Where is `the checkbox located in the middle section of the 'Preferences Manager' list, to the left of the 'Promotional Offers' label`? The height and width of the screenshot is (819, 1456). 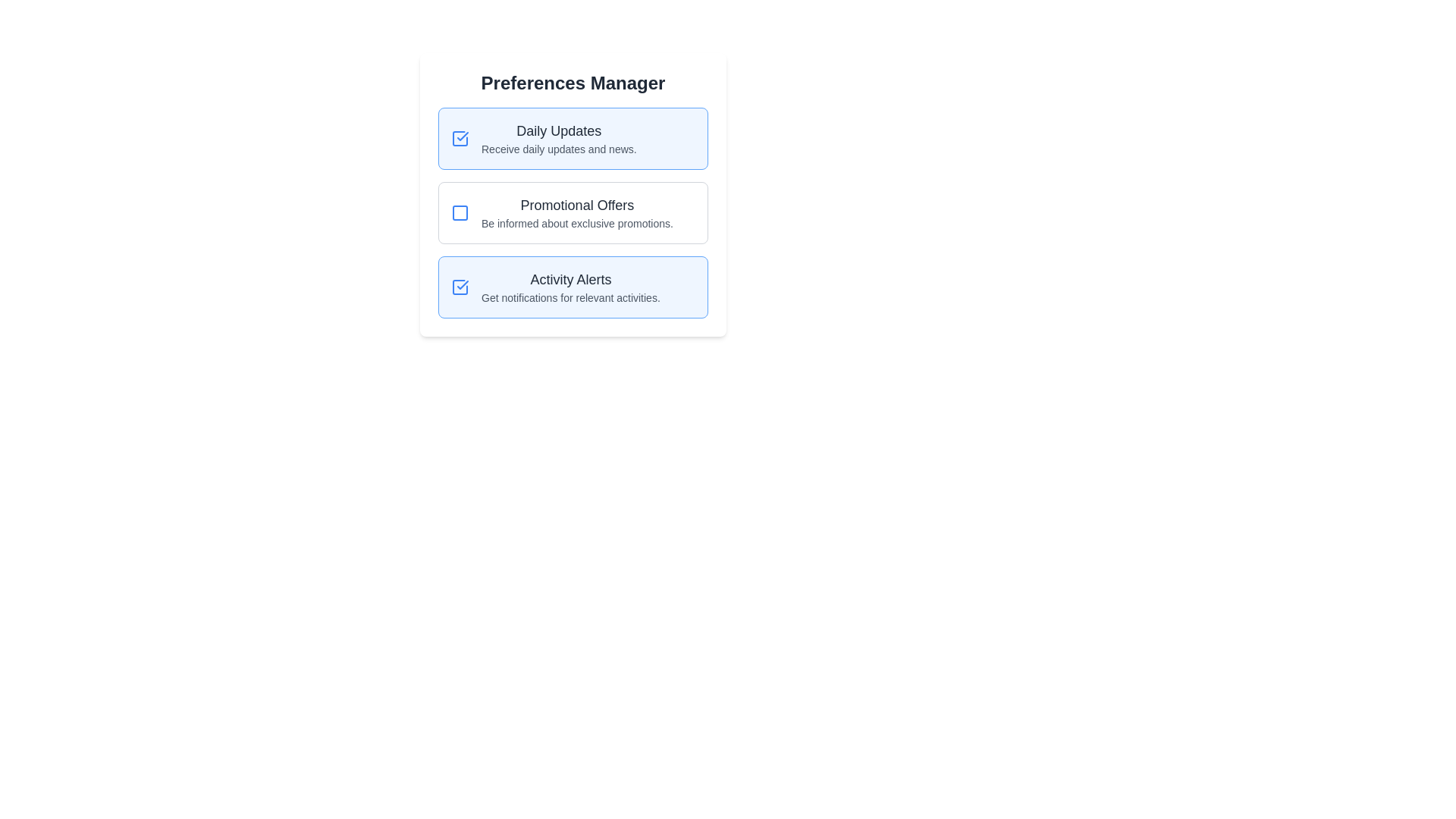
the checkbox located in the middle section of the 'Preferences Manager' list, to the left of the 'Promotional Offers' label is located at coordinates (459, 213).